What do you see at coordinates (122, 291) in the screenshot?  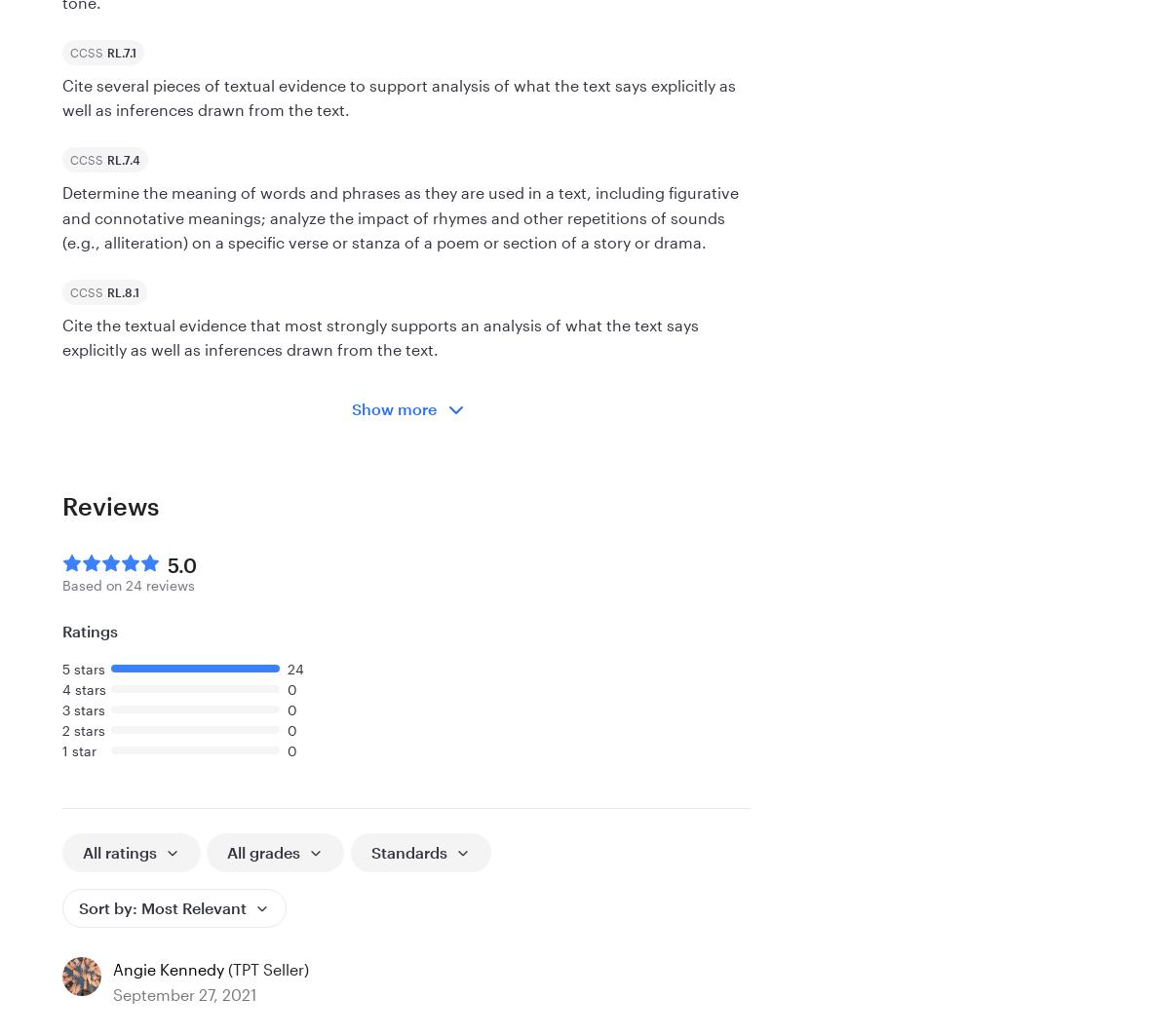 I see `'RL.8.1'` at bounding box center [122, 291].